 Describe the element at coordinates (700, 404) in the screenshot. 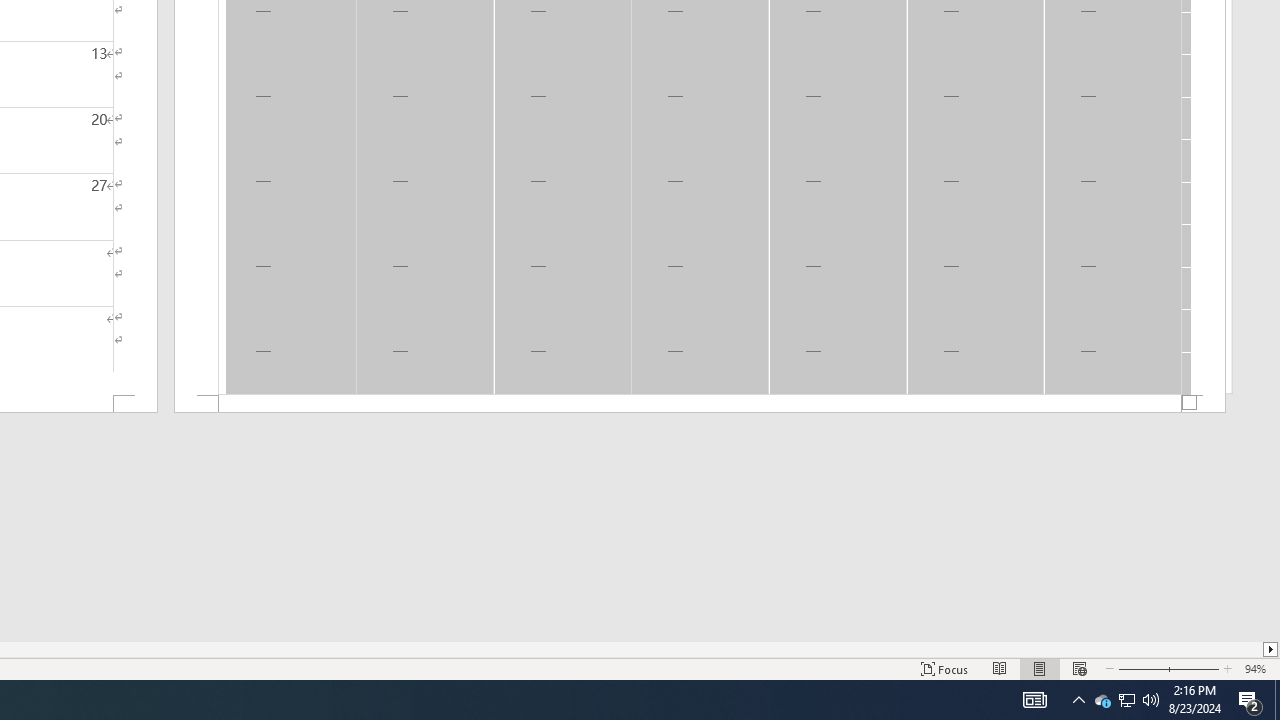

I see `'Footer -Section 1-'` at that location.